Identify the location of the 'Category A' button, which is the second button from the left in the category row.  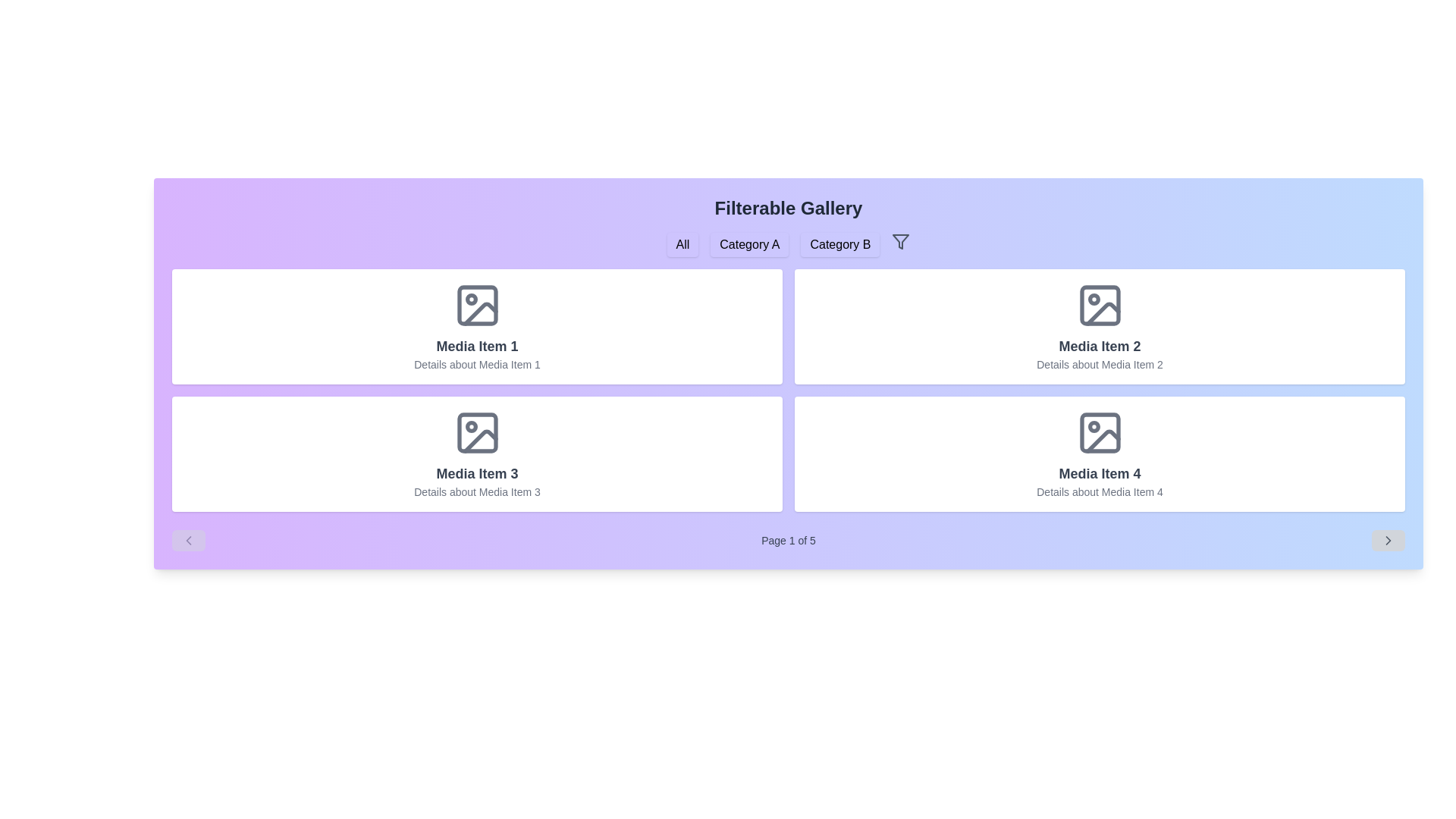
(749, 244).